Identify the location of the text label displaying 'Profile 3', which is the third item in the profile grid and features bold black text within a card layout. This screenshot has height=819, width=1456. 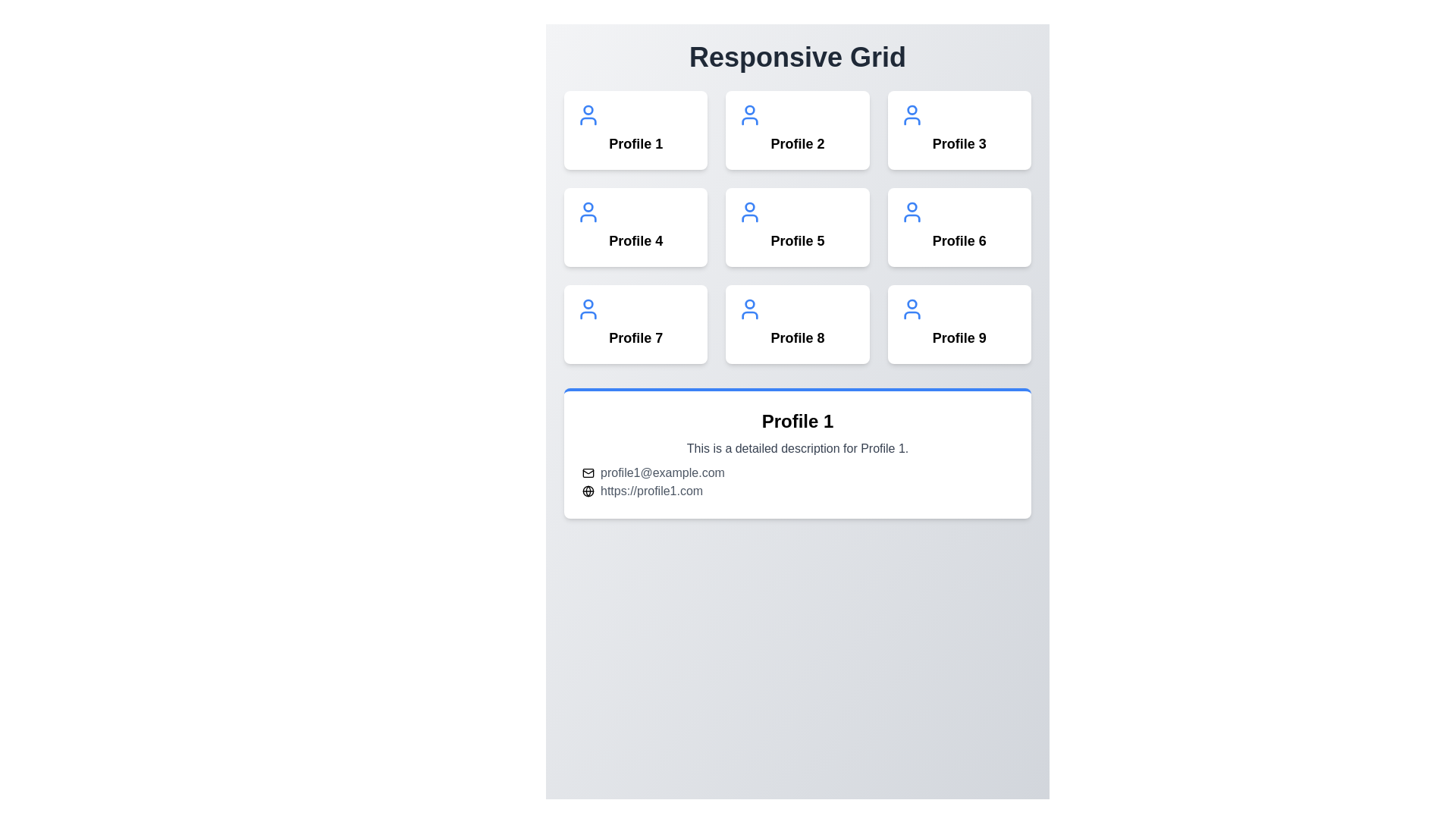
(959, 143).